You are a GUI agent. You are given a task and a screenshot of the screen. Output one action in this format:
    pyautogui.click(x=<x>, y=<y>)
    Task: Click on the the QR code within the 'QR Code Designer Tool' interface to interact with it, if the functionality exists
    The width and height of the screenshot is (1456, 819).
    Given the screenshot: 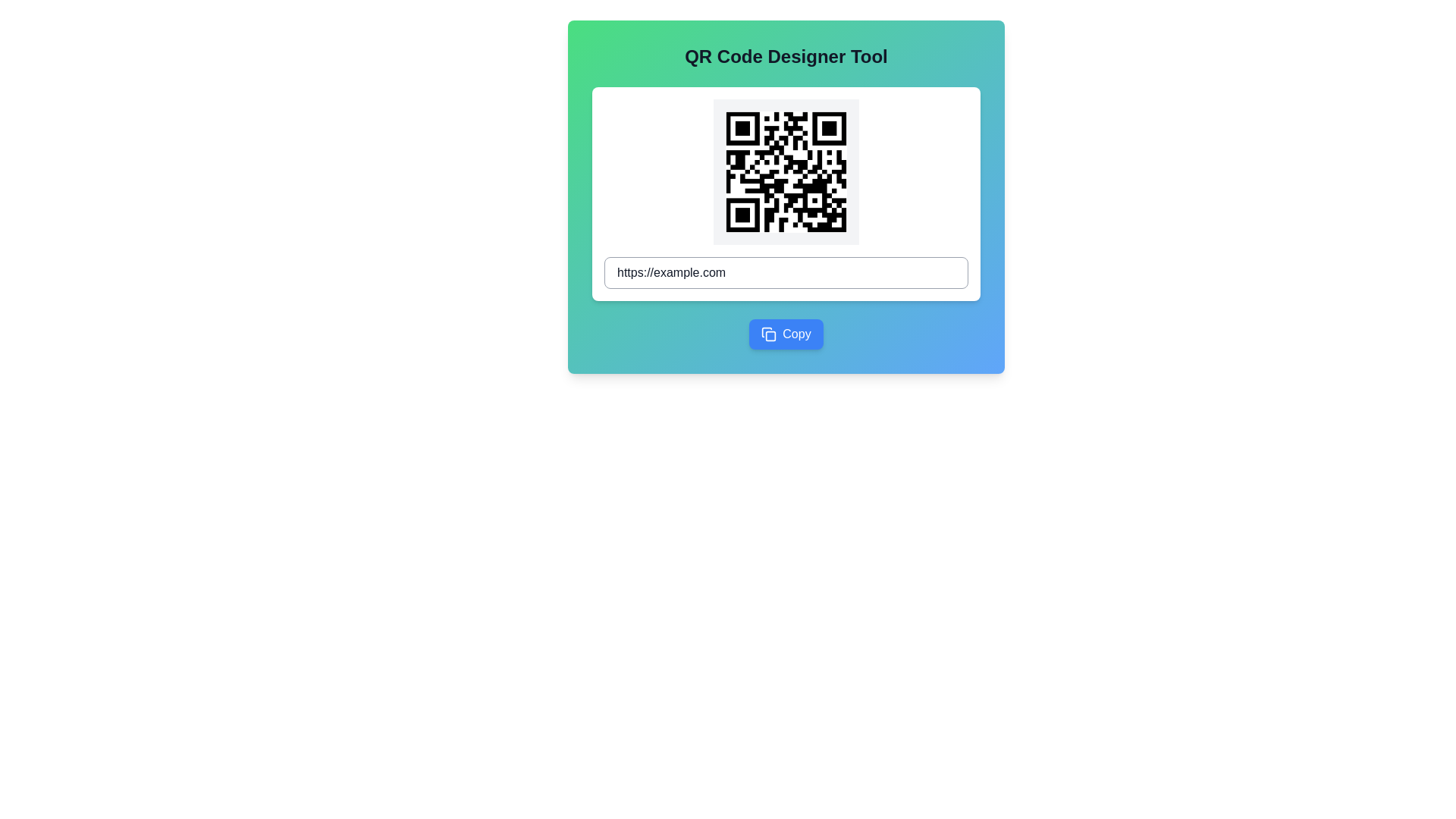 What is the action you would take?
    pyautogui.click(x=786, y=193)
    